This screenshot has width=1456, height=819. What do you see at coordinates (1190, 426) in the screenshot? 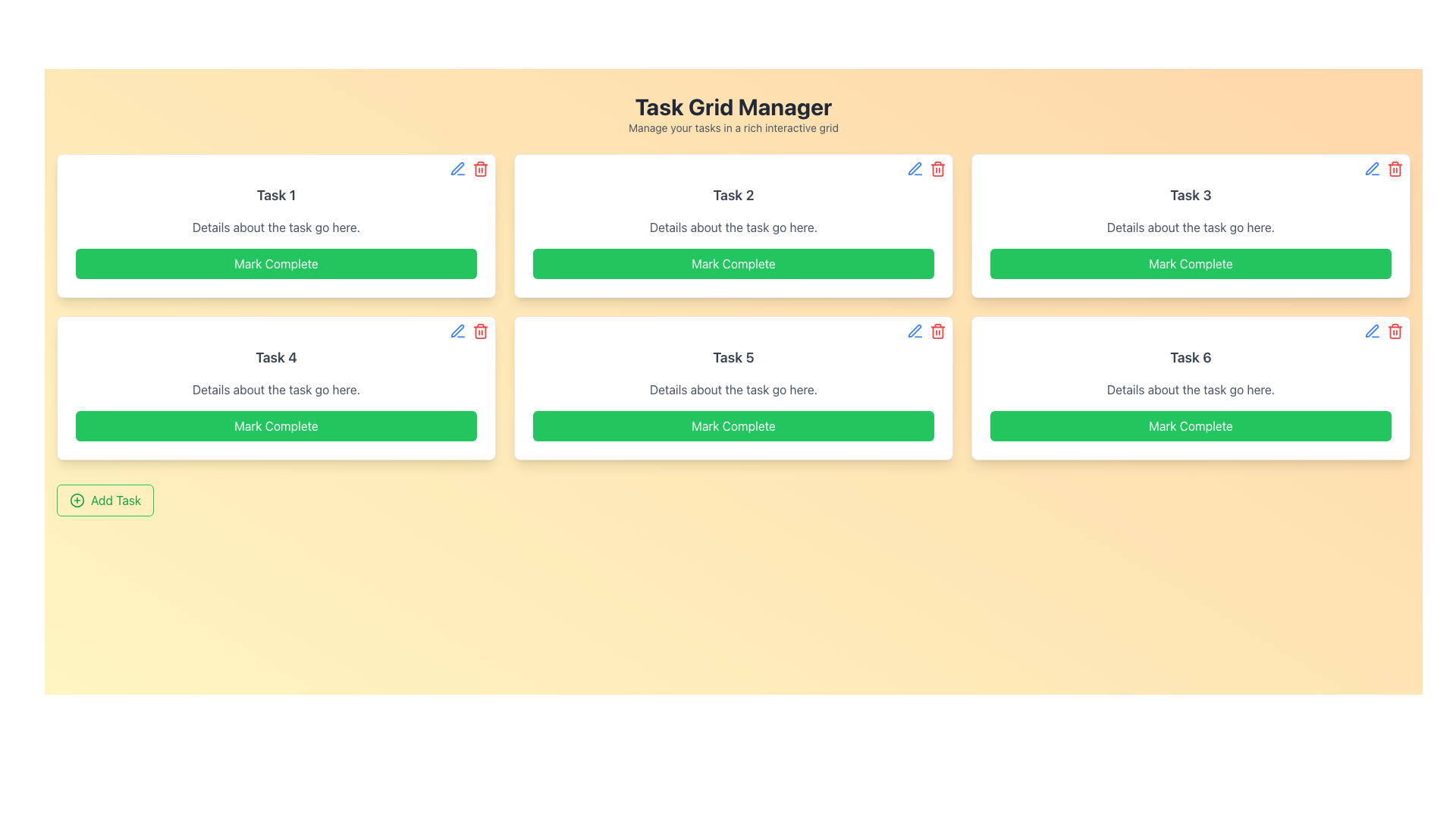
I see `the button at the bottom of the 'Task 6' card` at bounding box center [1190, 426].